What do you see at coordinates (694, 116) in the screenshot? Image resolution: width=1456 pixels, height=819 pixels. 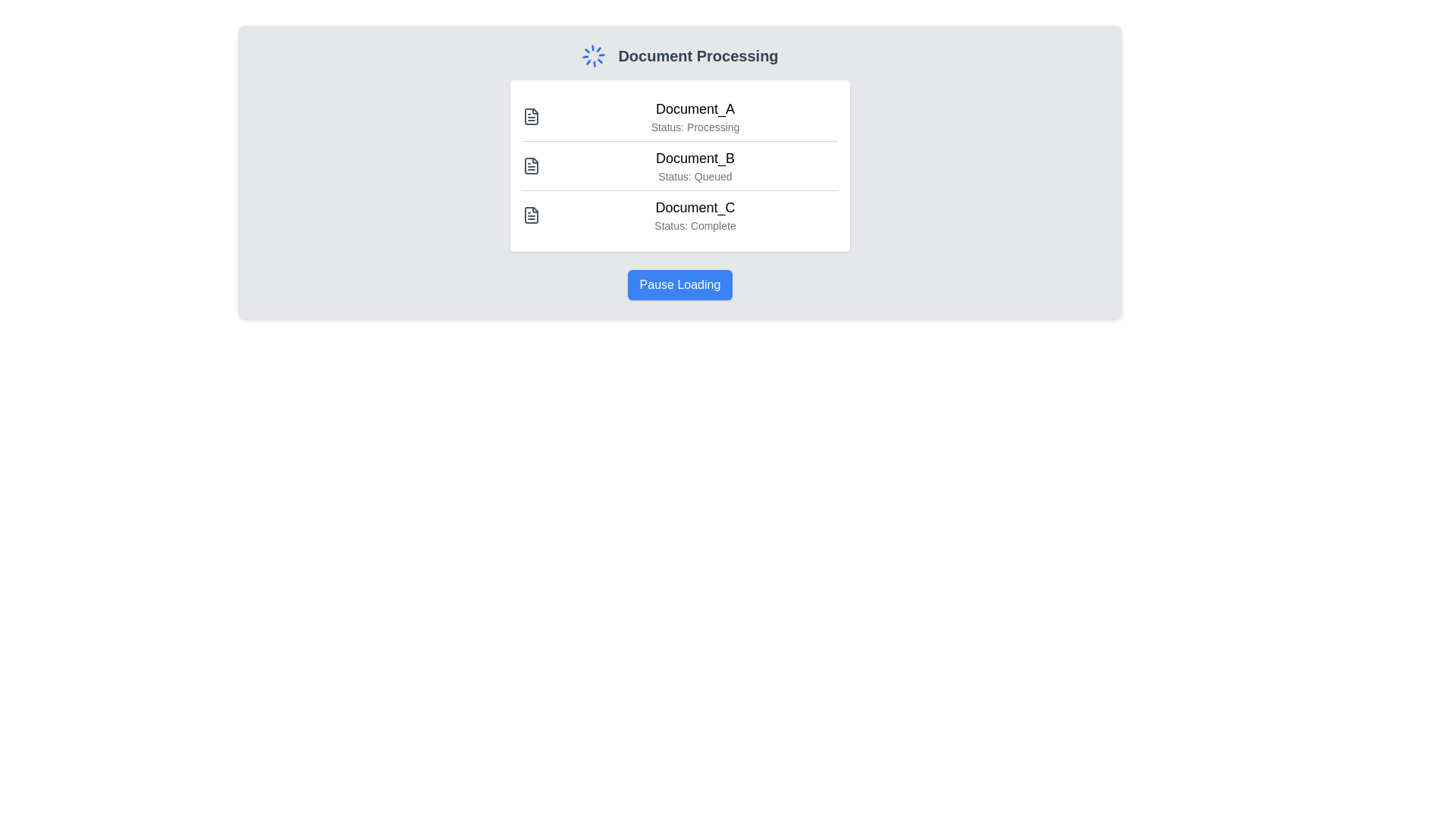 I see `the text block displaying 'Document_A' with the status 'Status: Processing', which is the first entry in a vertically arranged list beneath the 'Document Processing' heading` at bounding box center [694, 116].